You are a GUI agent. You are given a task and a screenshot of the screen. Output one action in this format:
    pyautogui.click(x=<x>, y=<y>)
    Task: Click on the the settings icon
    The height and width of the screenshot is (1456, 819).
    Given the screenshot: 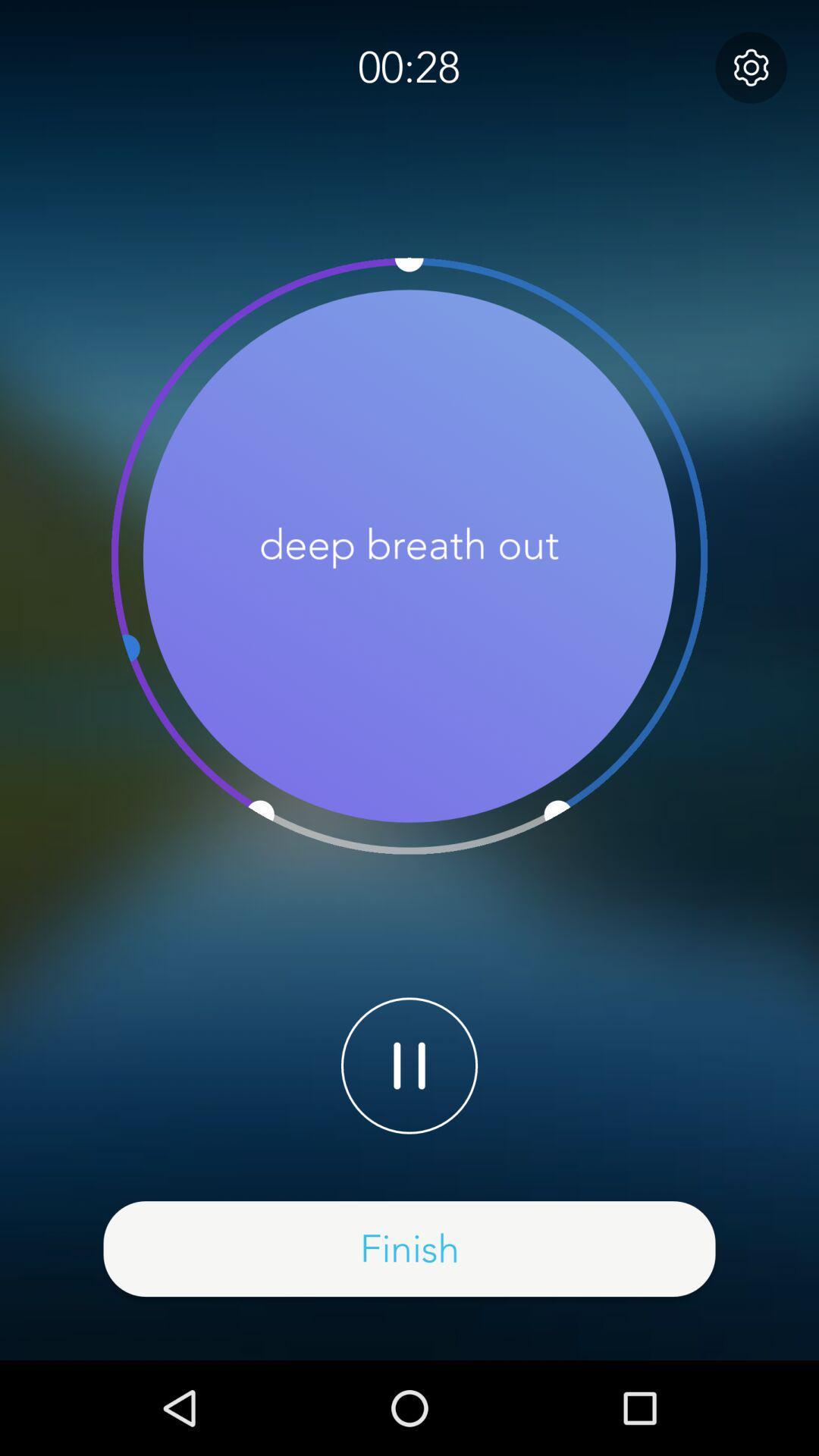 What is the action you would take?
    pyautogui.click(x=751, y=67)
    